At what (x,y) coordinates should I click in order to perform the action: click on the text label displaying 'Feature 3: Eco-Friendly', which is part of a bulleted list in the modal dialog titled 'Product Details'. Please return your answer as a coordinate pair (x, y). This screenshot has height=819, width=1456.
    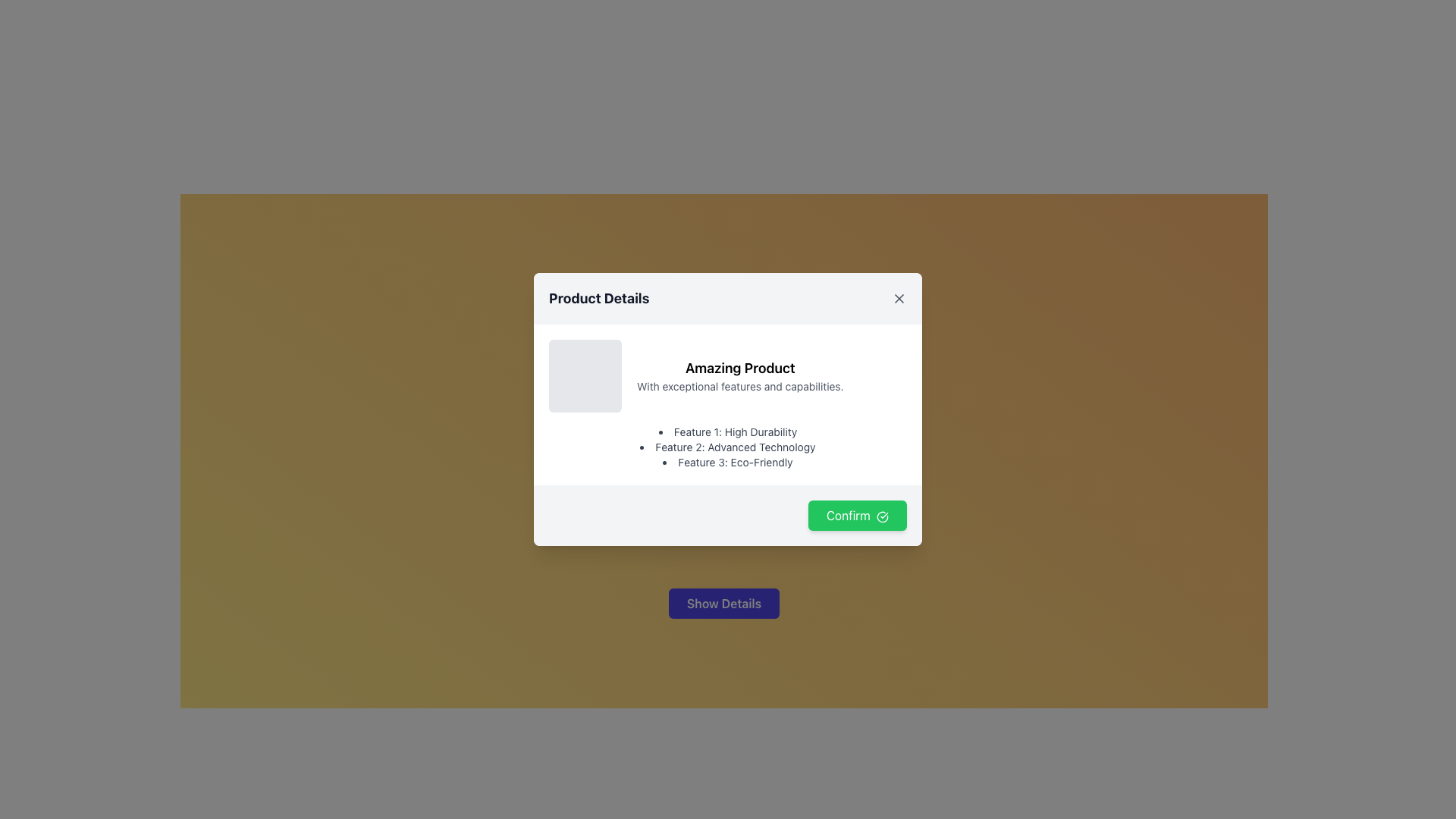
    Looking at the image, I should click on (728, 461).